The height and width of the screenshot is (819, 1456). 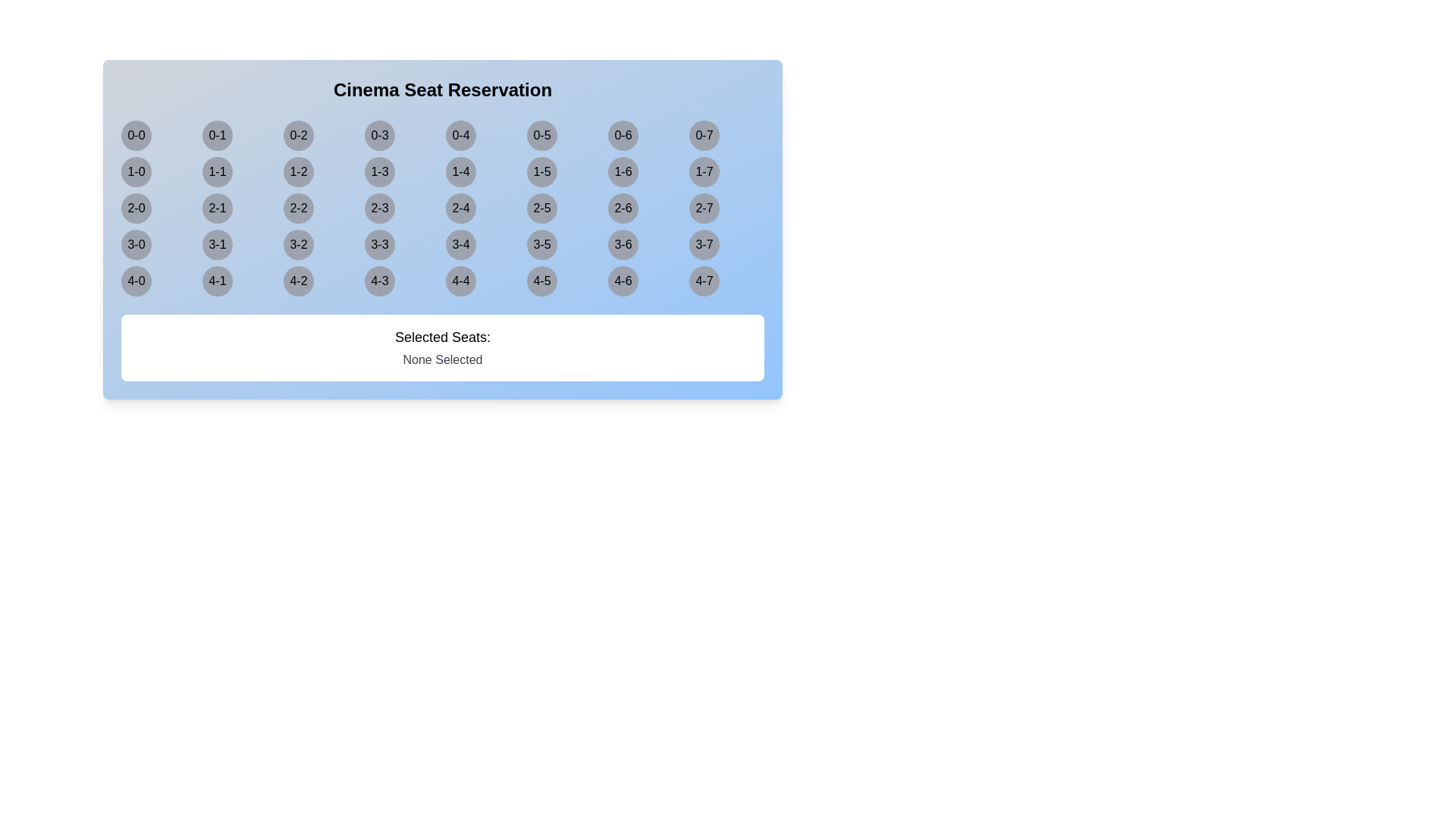 I want to click on the Informational display panel at the bottom center of the cinema seat reservation interface, so click(x=442, y=348).